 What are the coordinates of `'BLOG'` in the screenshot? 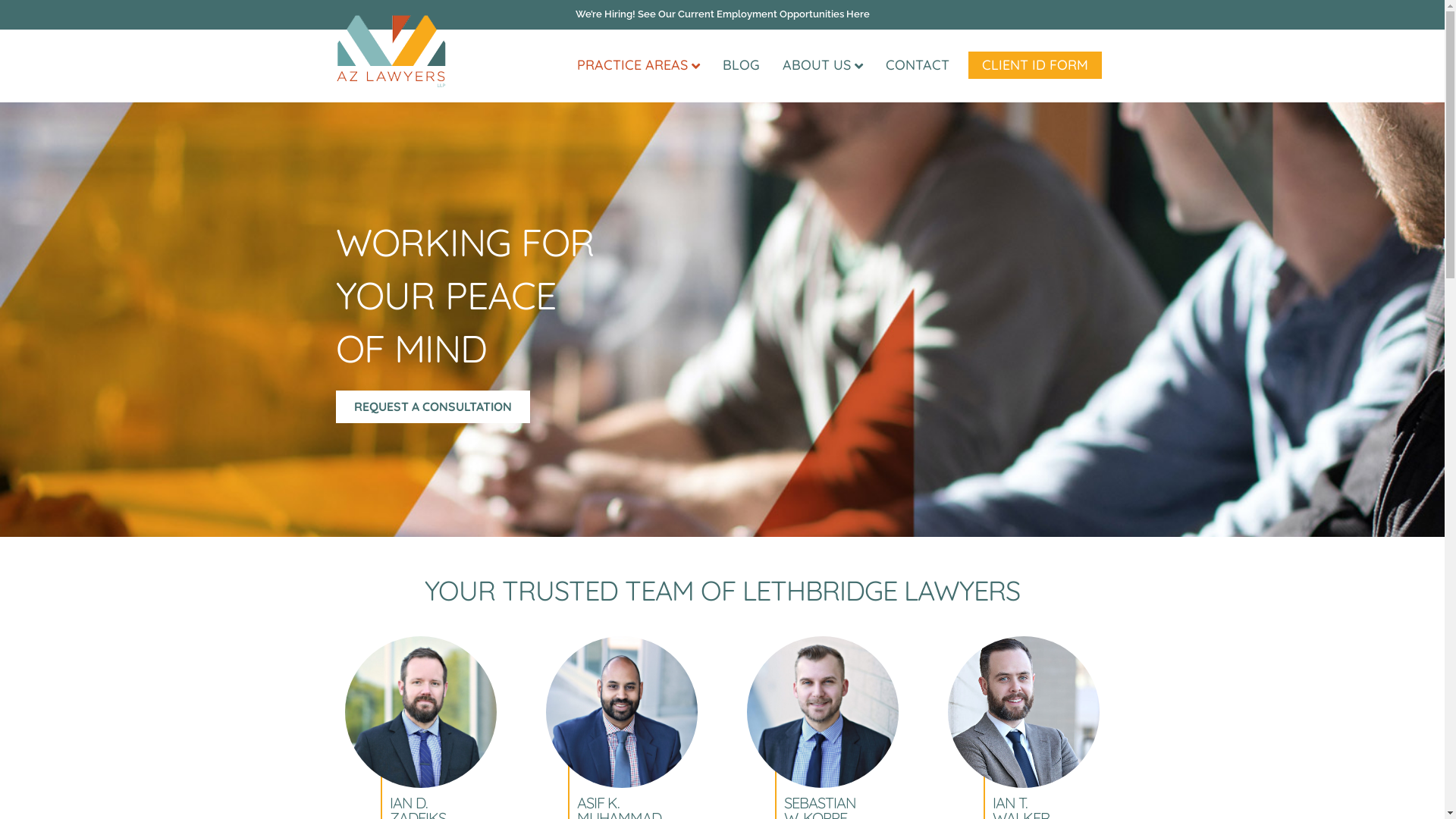 It's located at (741, 64).